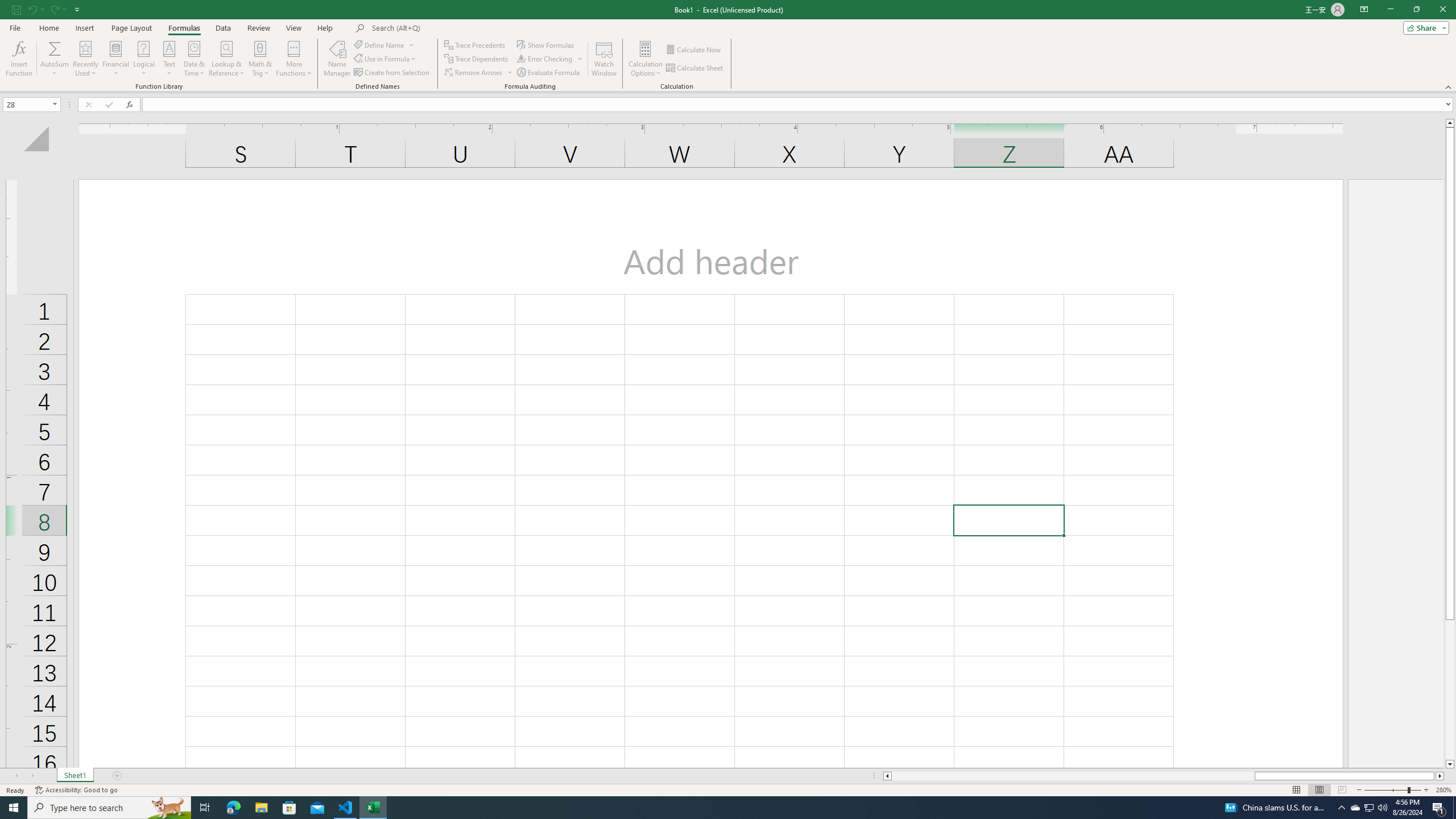 This screenshot has width=1456, height=819. I want to click on 'Insert Function...', so click(18, 59).